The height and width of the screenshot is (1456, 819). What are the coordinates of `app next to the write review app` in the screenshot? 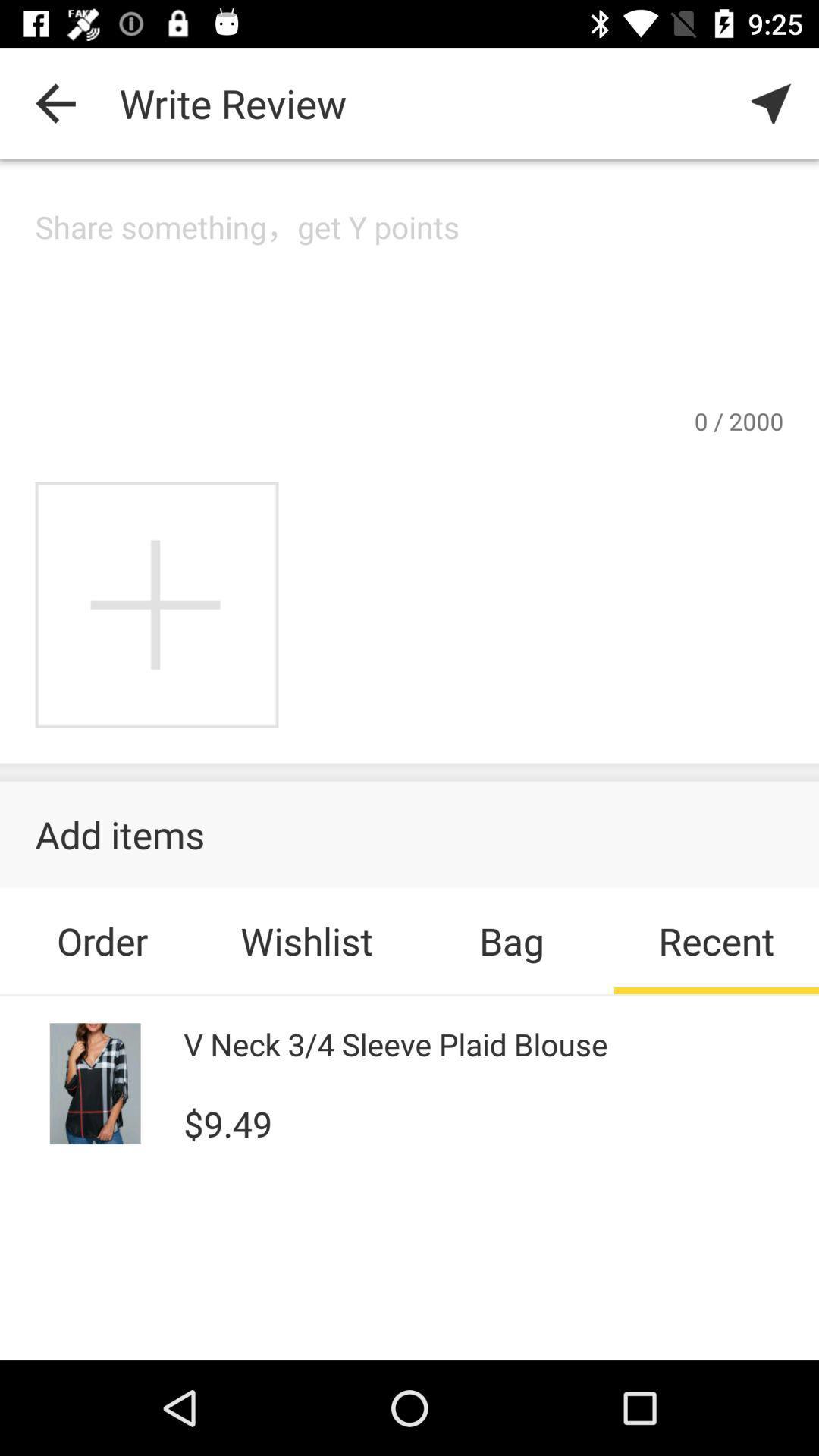 It's located at (55, 102).